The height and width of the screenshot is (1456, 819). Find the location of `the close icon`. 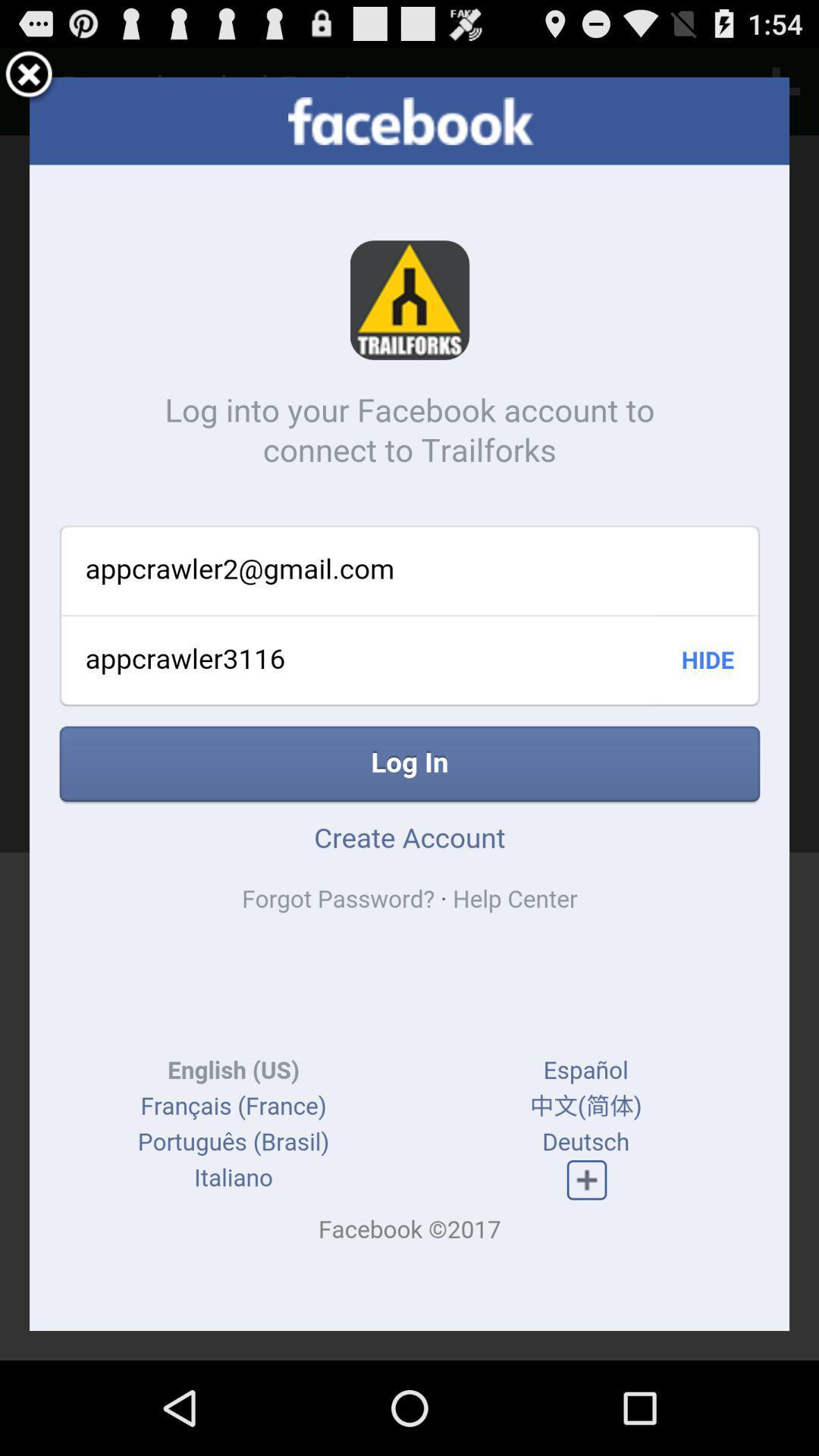

the close icon is located at coordinates (29, 81).